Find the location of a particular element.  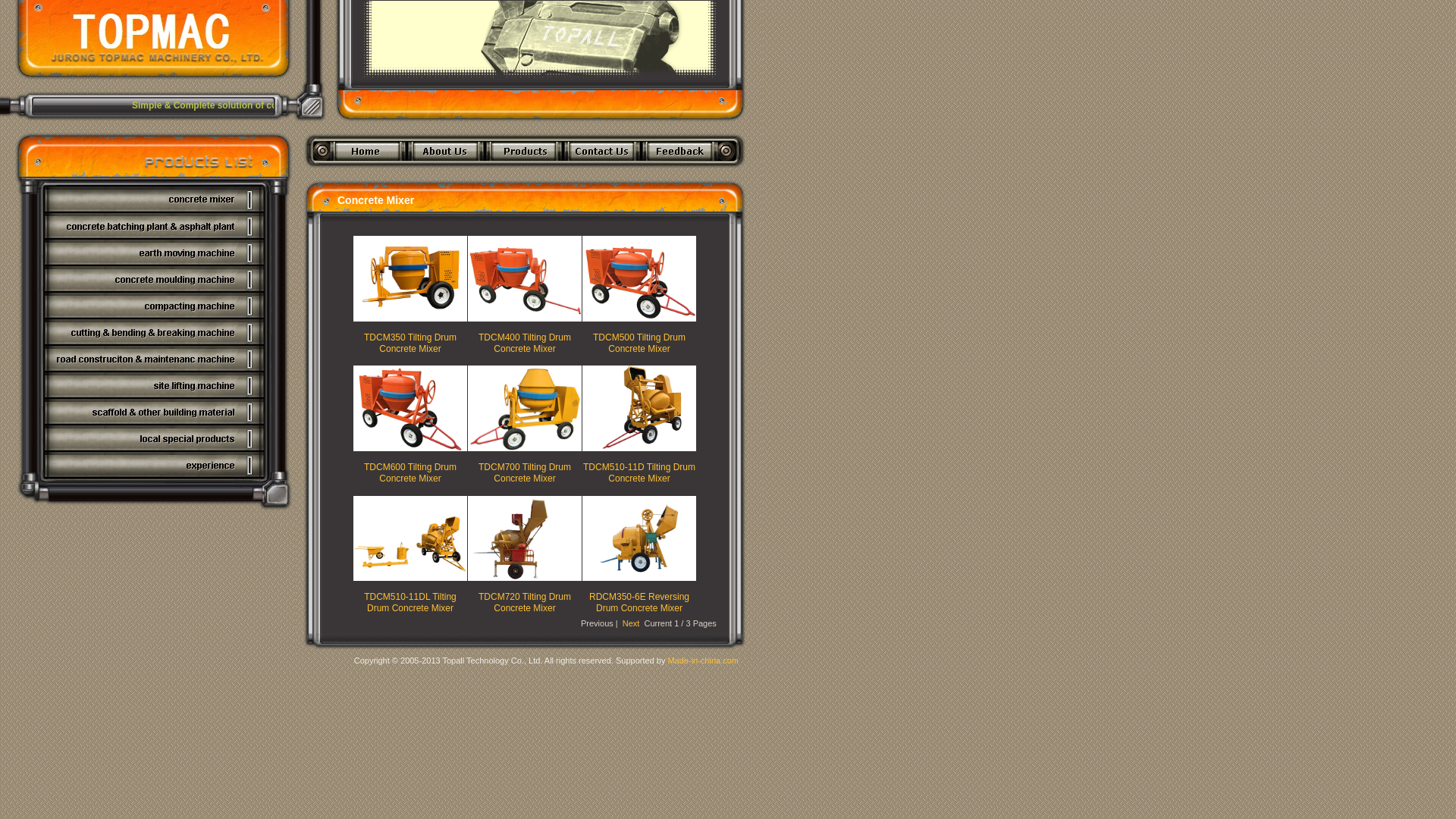

'ralph lauren outlet' is located at coordinates (295, 174).